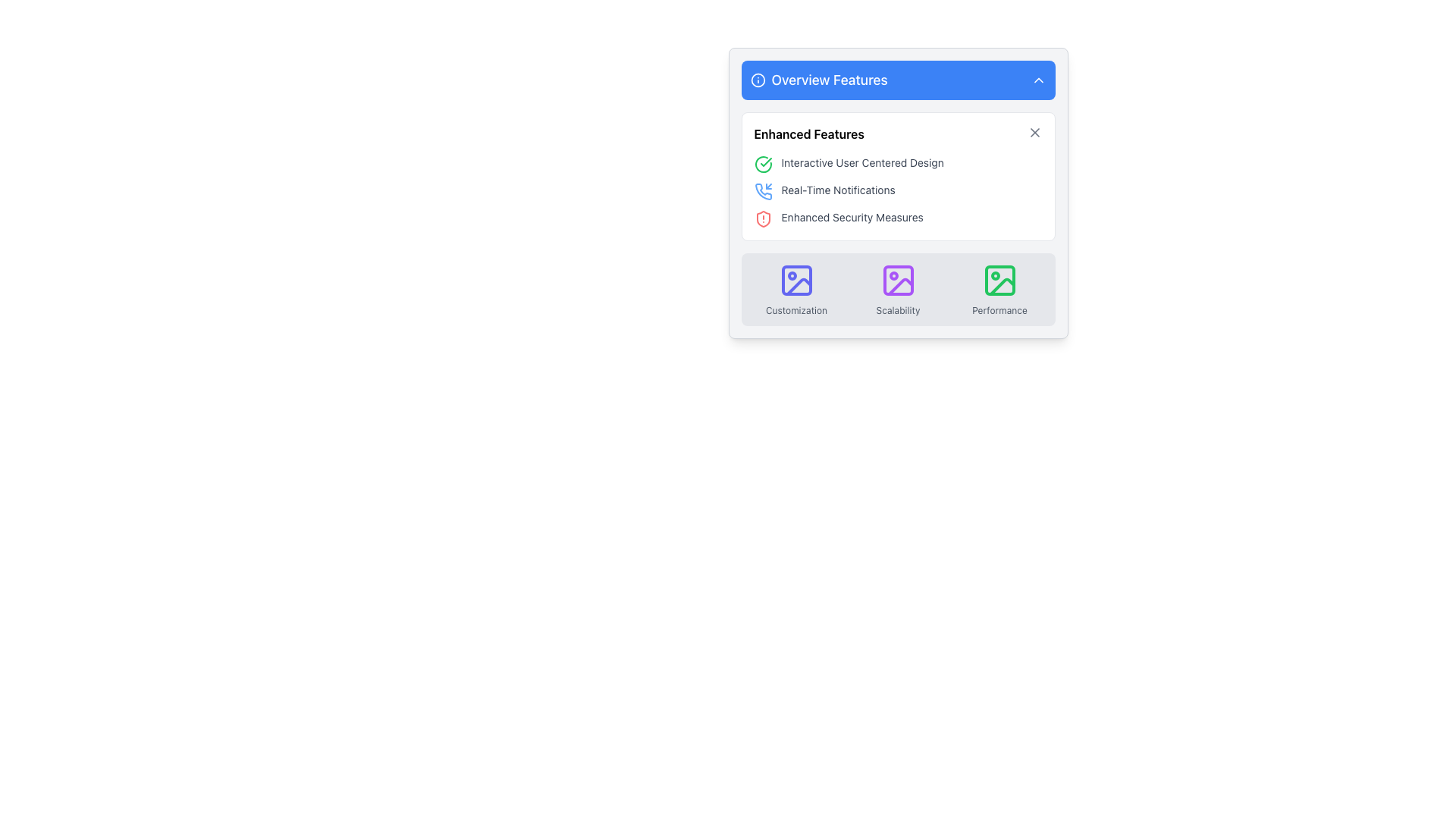  What do you see at coordinates (1034, 131) in the screenshot?
I see `the 'X' mark icon located in the upper-right corner of the 'Enhanced Features' content area` at bounding box center [1034, 131].